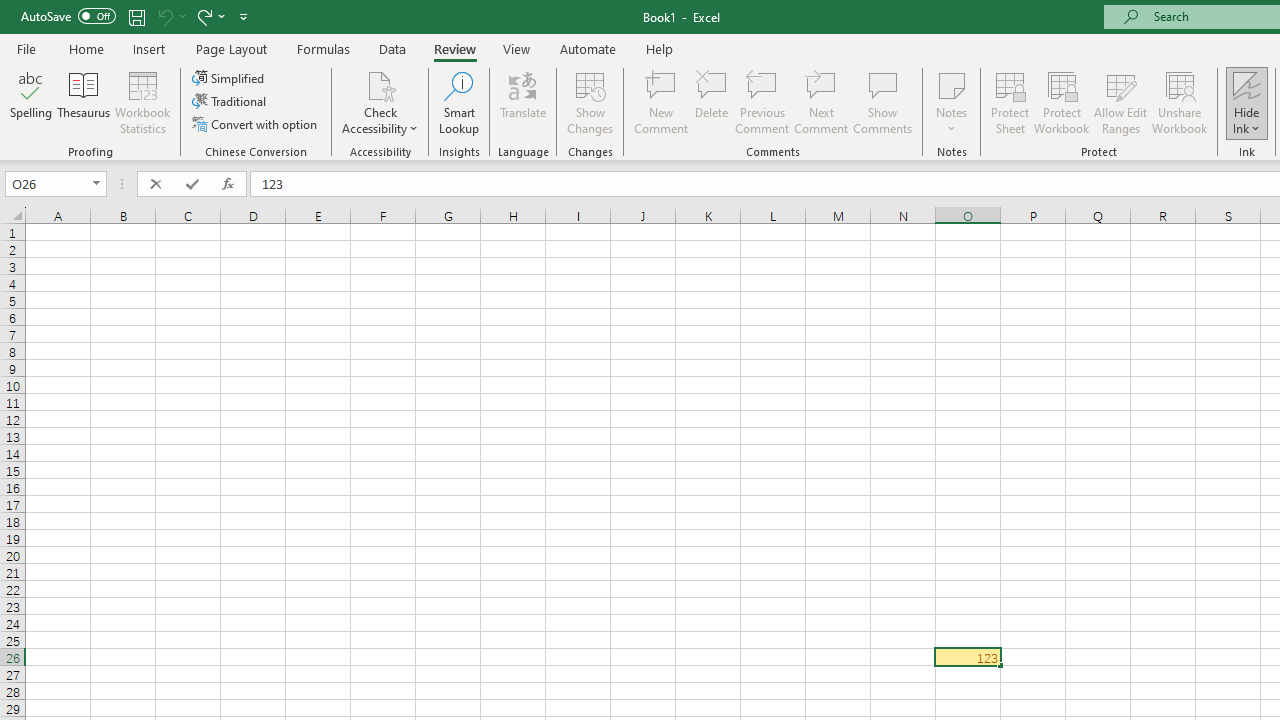 The image size is (1280, 720). I want to click on 'Quick Access Toolbar', so click(135, 16).